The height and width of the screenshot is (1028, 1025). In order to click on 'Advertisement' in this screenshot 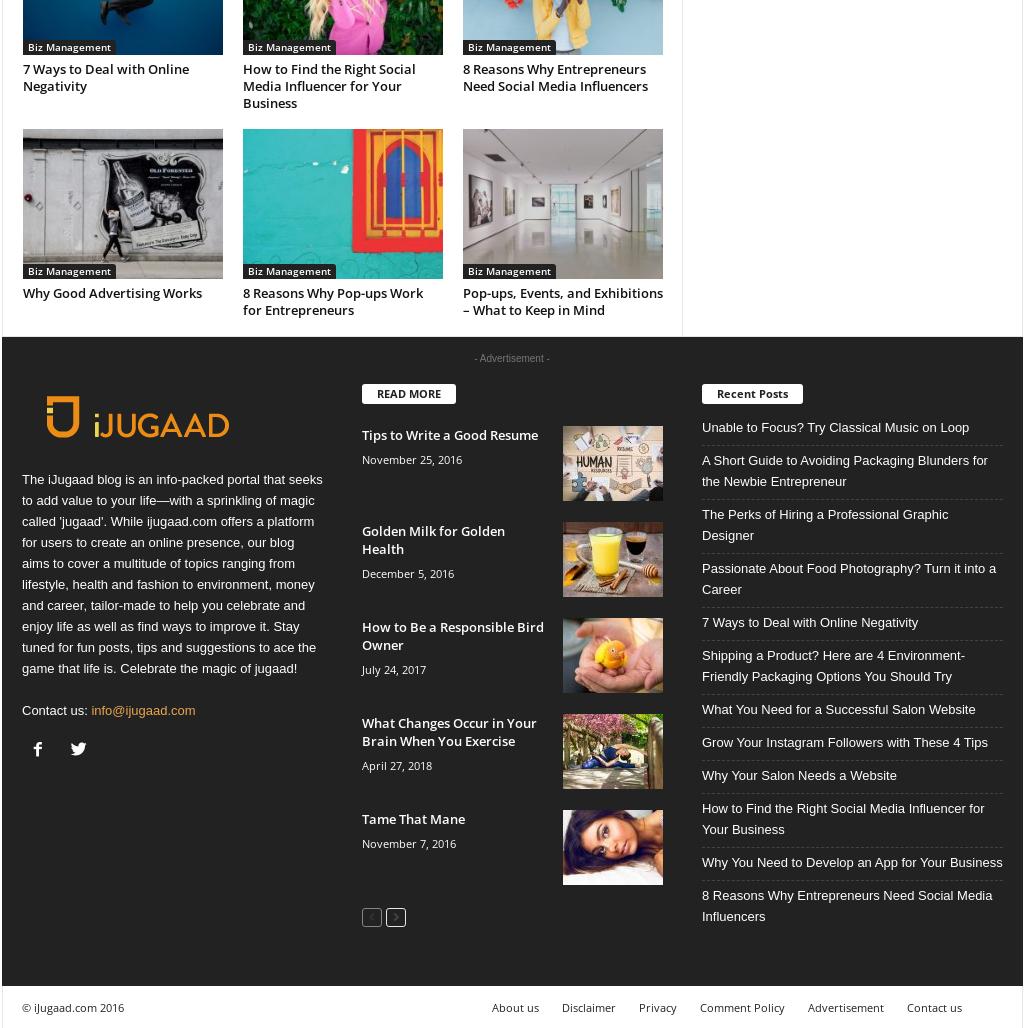, I will do `click(846, 1005)`.